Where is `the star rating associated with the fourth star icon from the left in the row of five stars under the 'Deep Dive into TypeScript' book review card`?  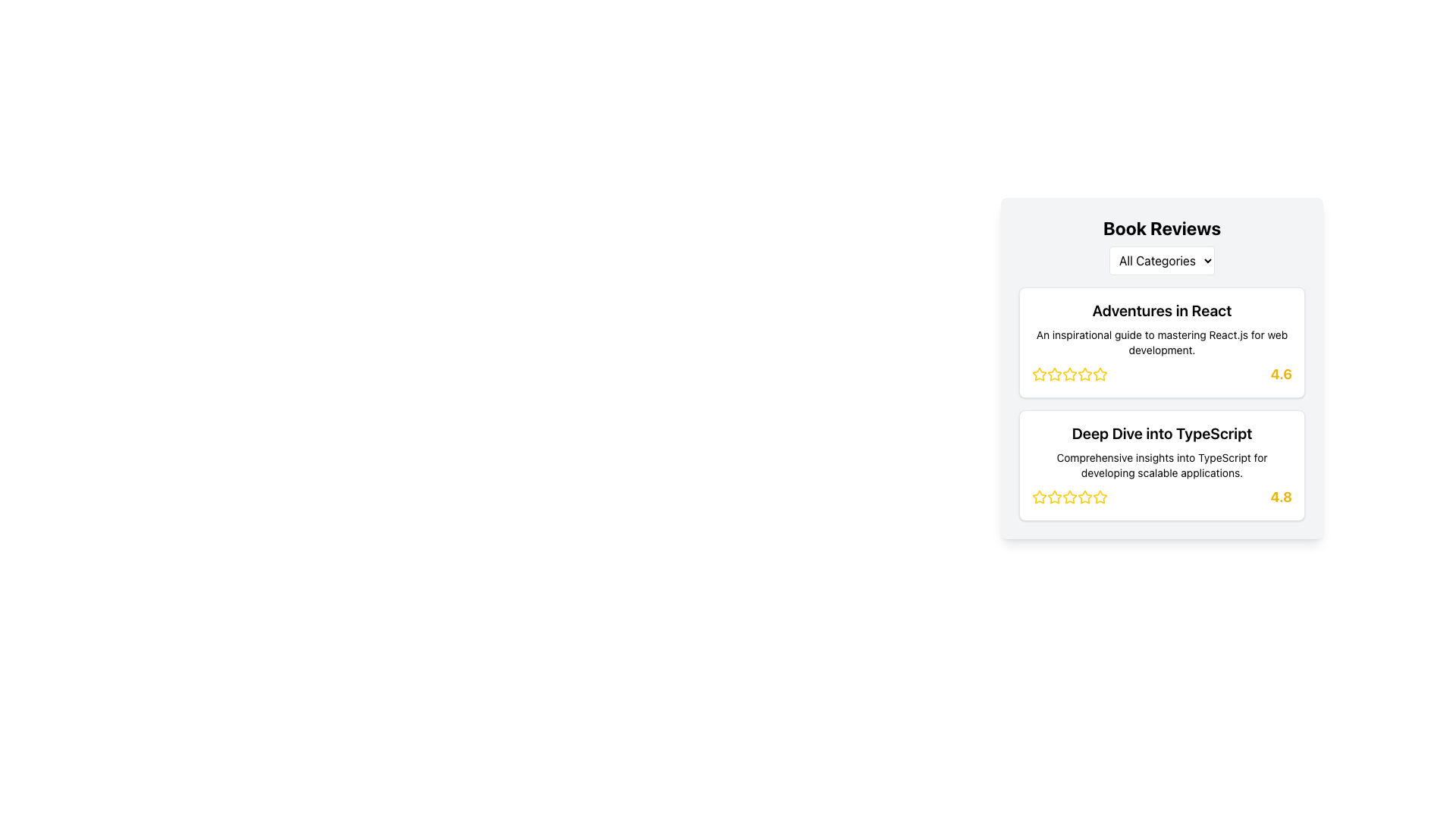
the star rating associated with the fourth star icon from the left in the row of five stars under the 'Deep Dive into TypeScript' book review card is located at coordinates (1100, 497).